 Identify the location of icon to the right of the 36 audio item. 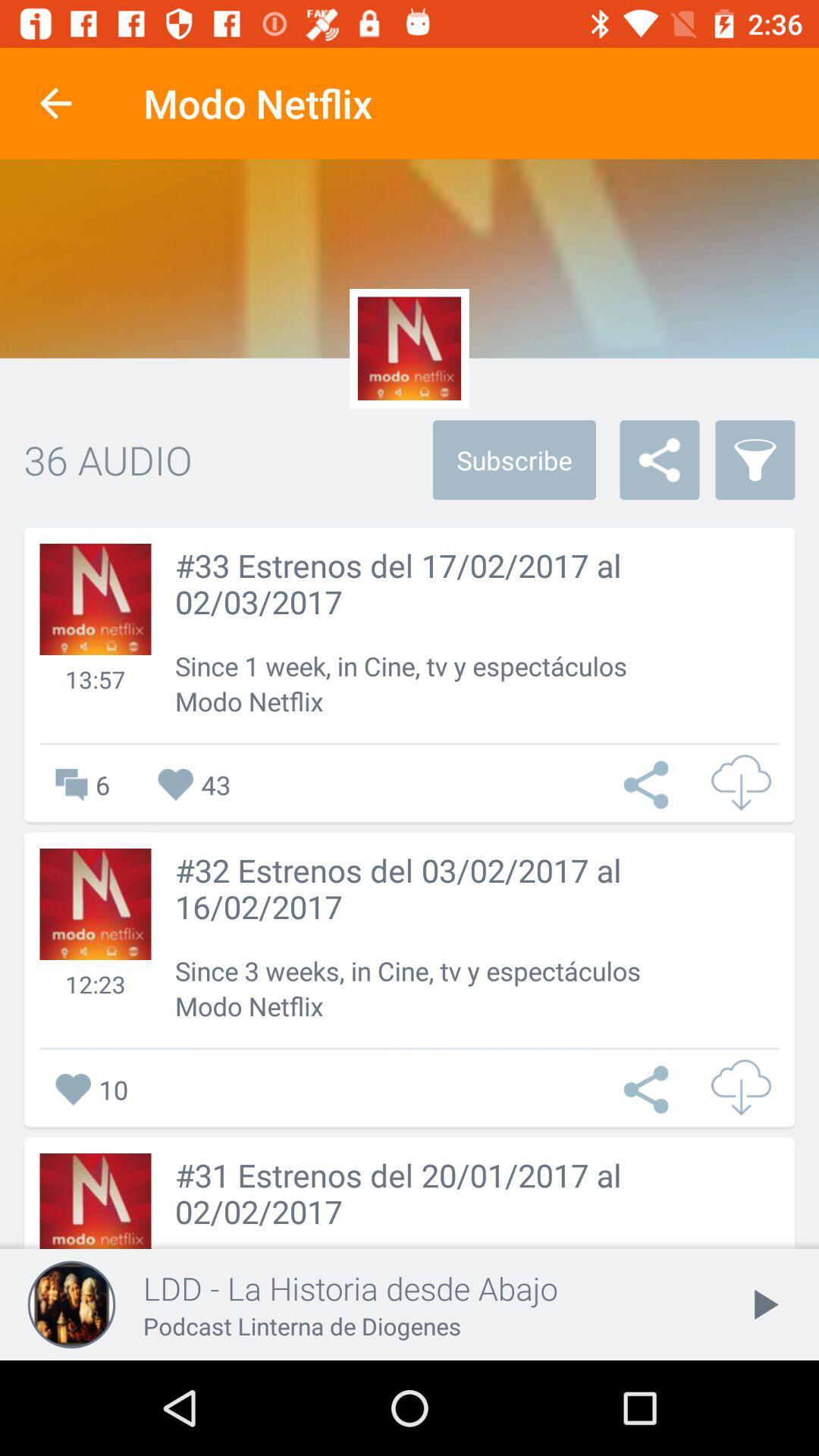
(513, 459).